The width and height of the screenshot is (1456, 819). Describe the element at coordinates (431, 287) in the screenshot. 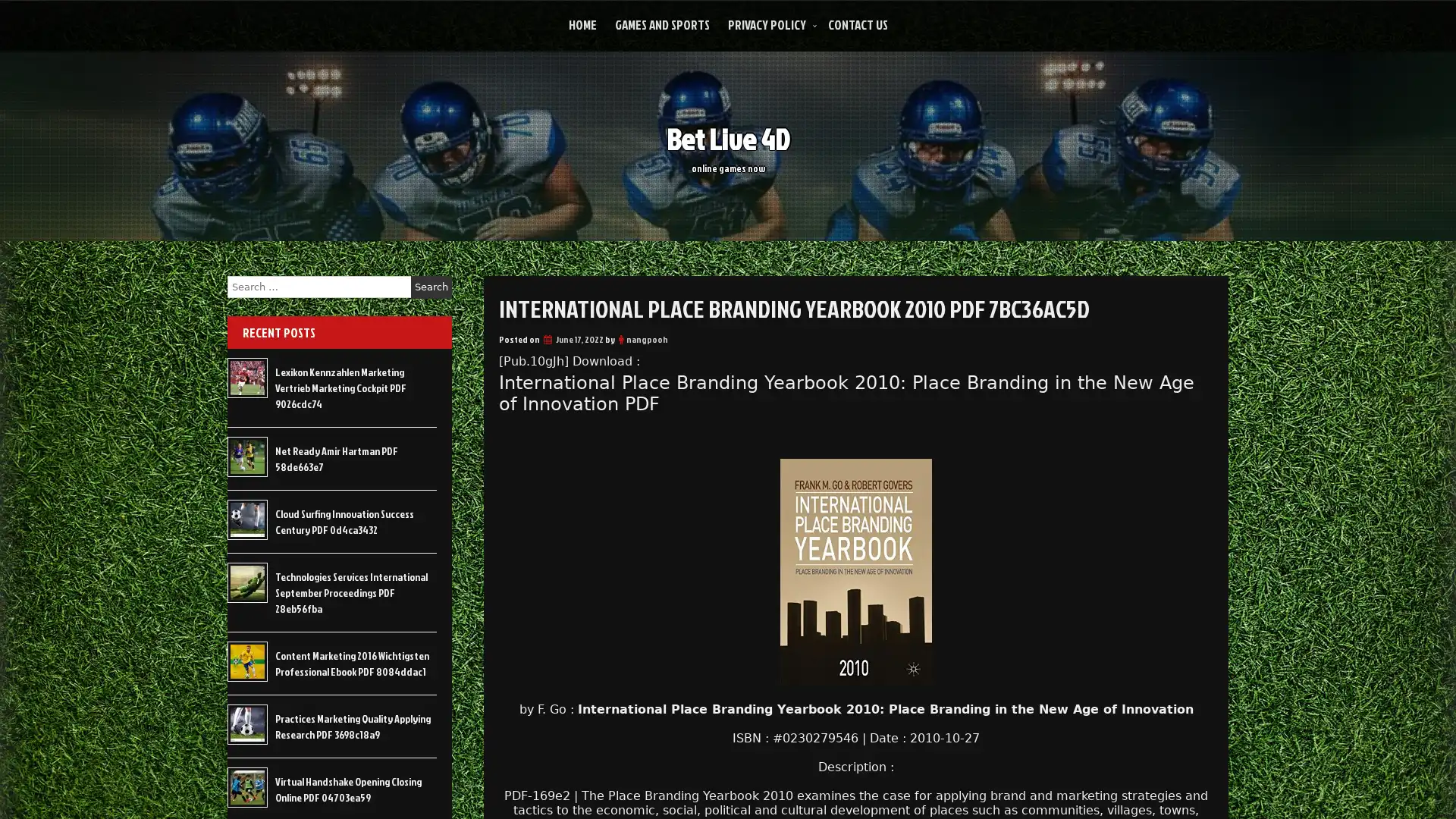

I see `Search` at that location.